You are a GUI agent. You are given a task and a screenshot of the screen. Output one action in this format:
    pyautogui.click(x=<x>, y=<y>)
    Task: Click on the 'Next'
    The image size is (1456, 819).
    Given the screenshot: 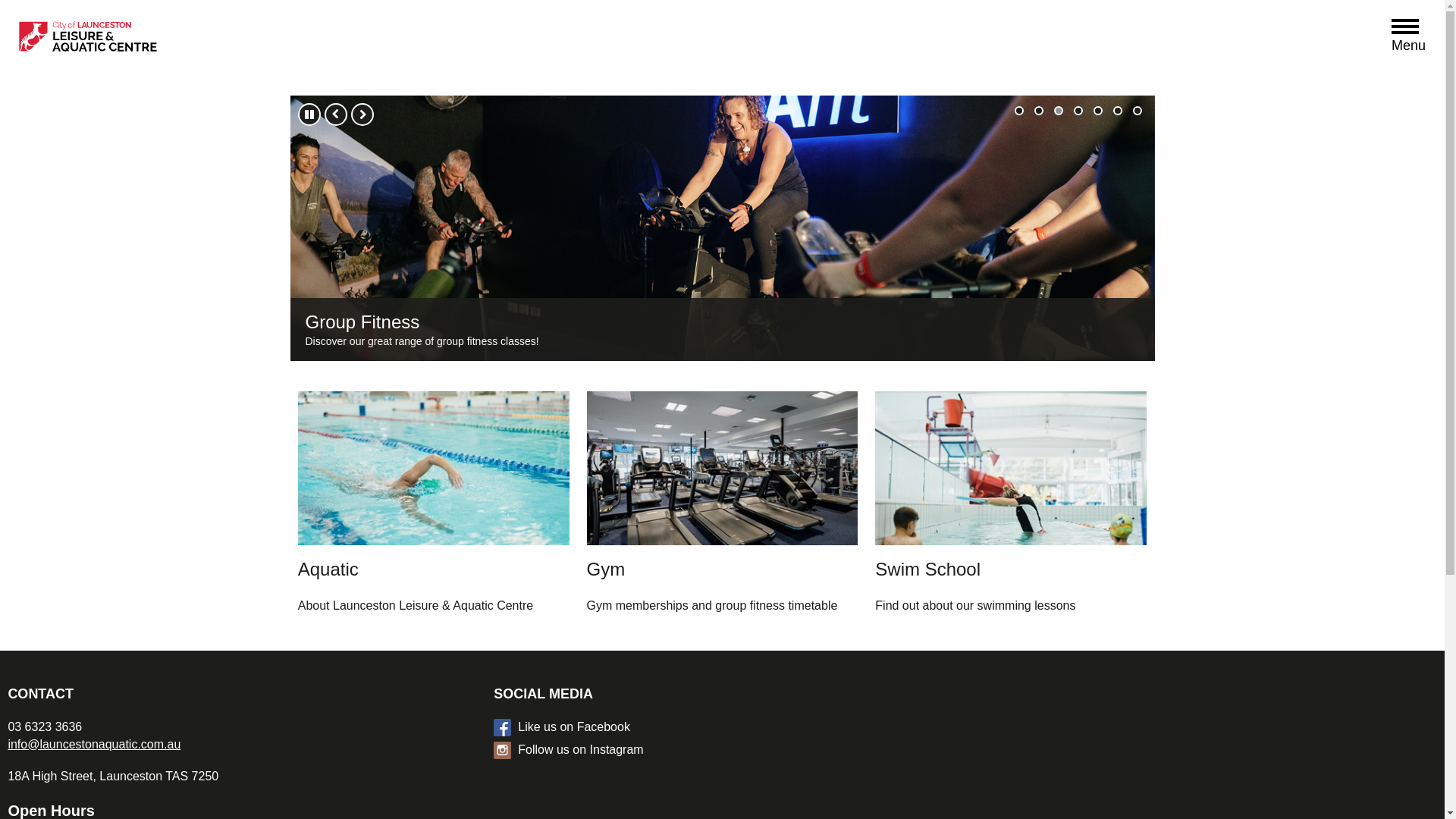 What is the action you would take?
    pyautogui.click(x=360, y=113)
    